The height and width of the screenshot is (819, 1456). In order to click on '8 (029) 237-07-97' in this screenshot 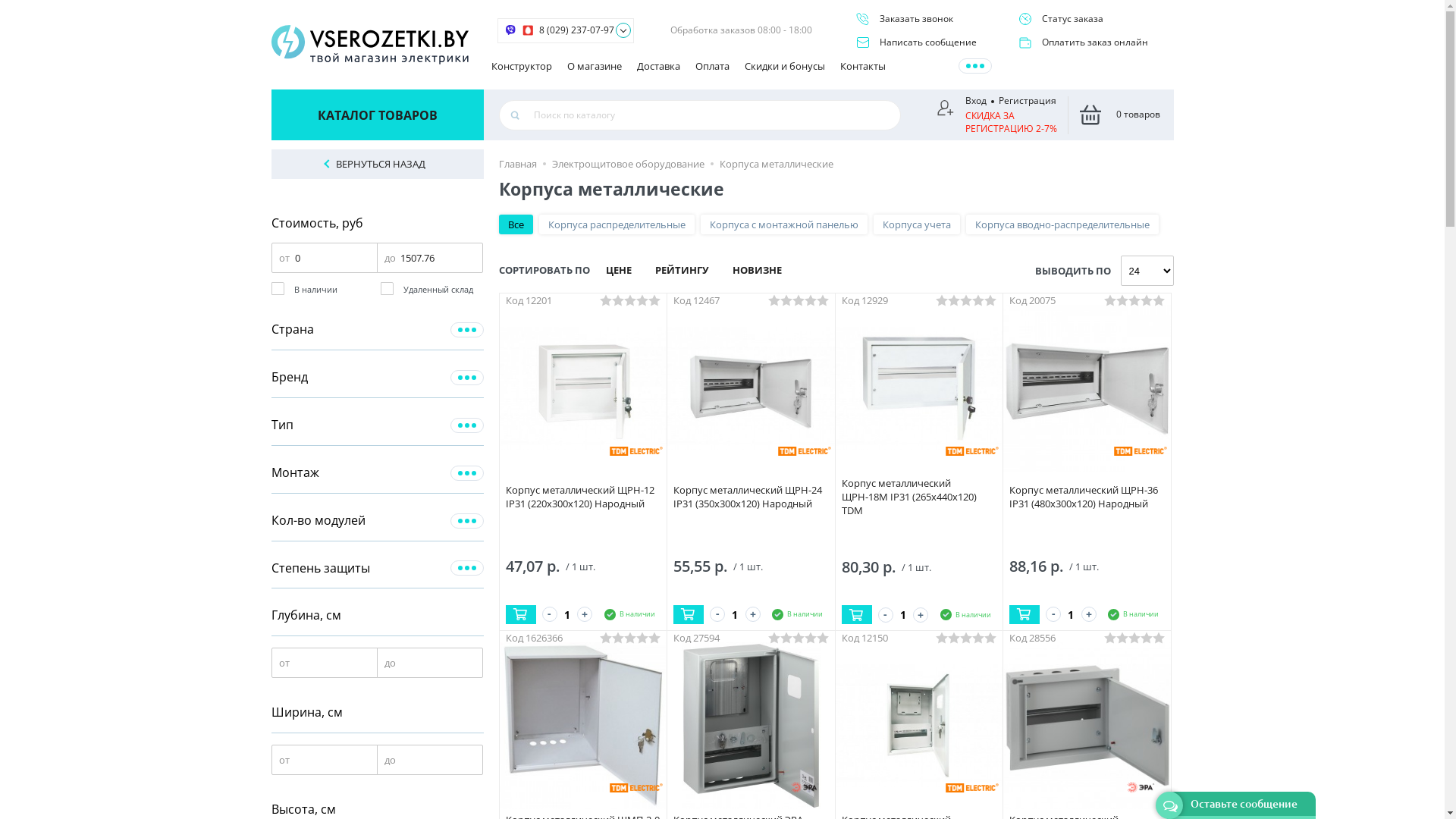, I will do `click(575, 30)`.